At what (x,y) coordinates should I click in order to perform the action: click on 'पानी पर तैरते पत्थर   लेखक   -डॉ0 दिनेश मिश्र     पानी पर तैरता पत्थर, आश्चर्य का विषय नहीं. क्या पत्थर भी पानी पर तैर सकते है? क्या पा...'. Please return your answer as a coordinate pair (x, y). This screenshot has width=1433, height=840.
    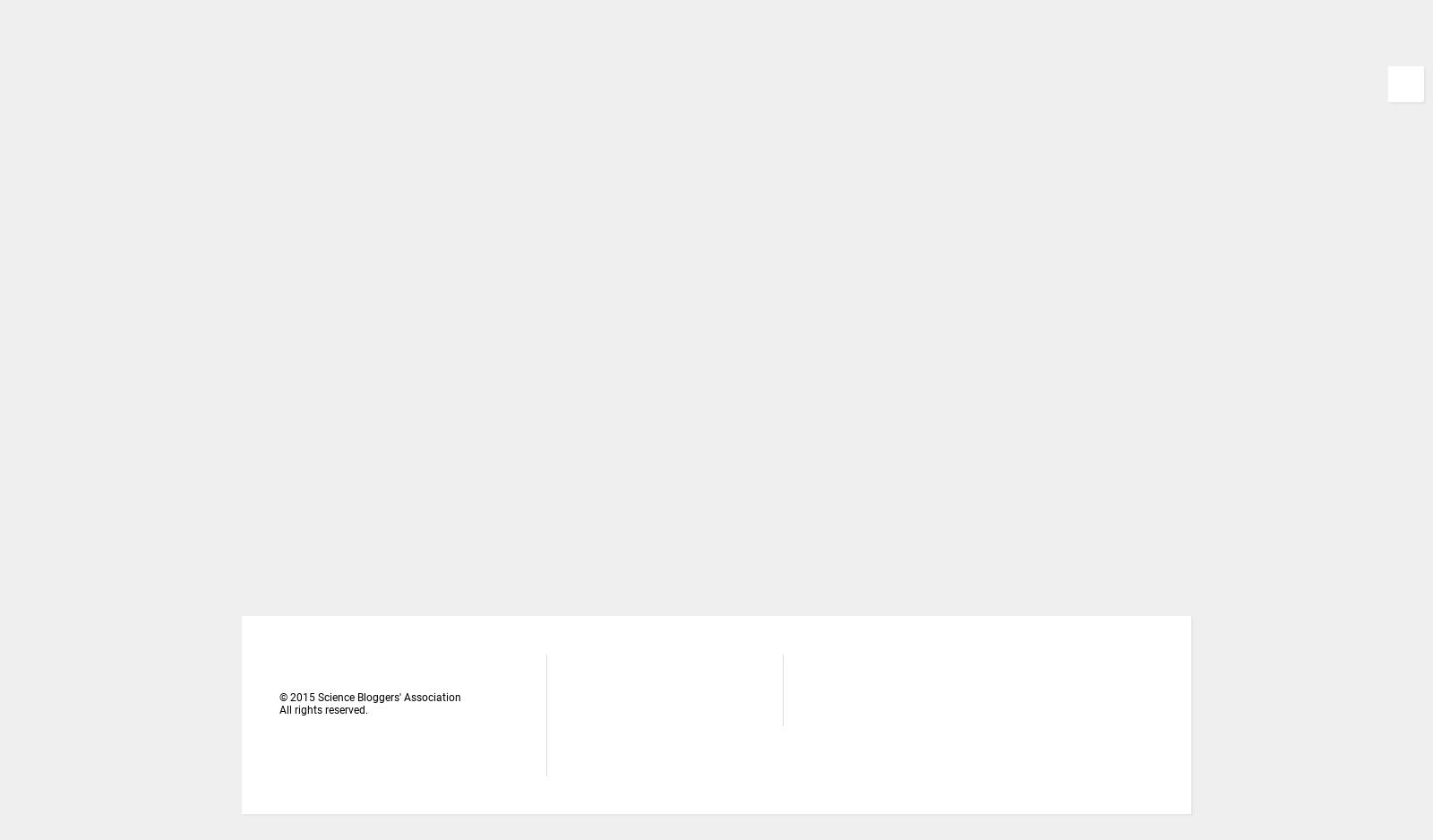
    Looking at the image, I should click on (1073, 141).